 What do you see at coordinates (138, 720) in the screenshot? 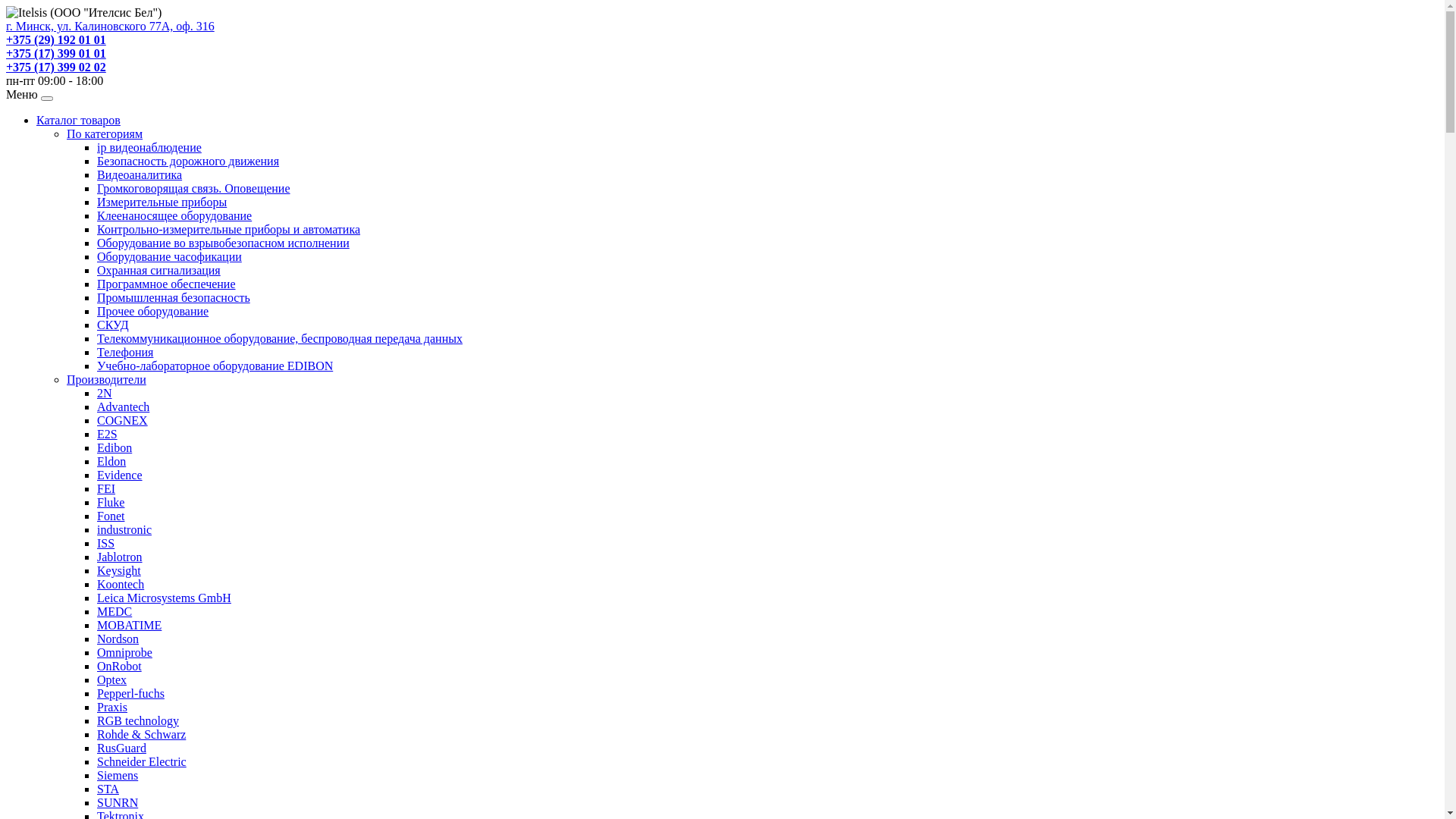
I see `'RGB technology'` at bounding box center [138, 720].